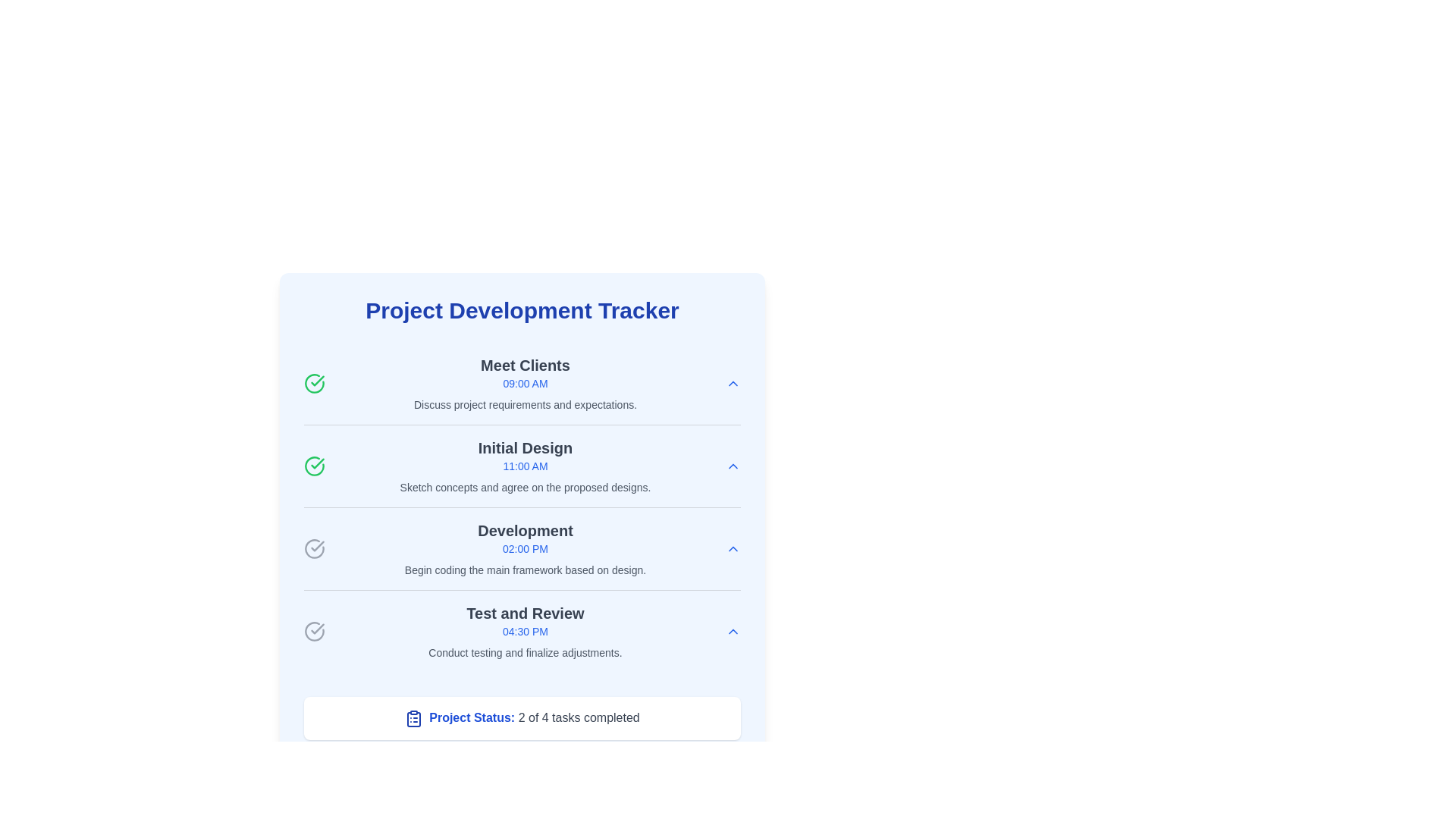 This screenshot has height=819, width=1456. Describe the element at coordinates (525, 549) in the screenshot. I see `details of the Task item element in the 'Project Development Tracker' section, located between 'Initial Design' and 'Test and Review'` at that location.